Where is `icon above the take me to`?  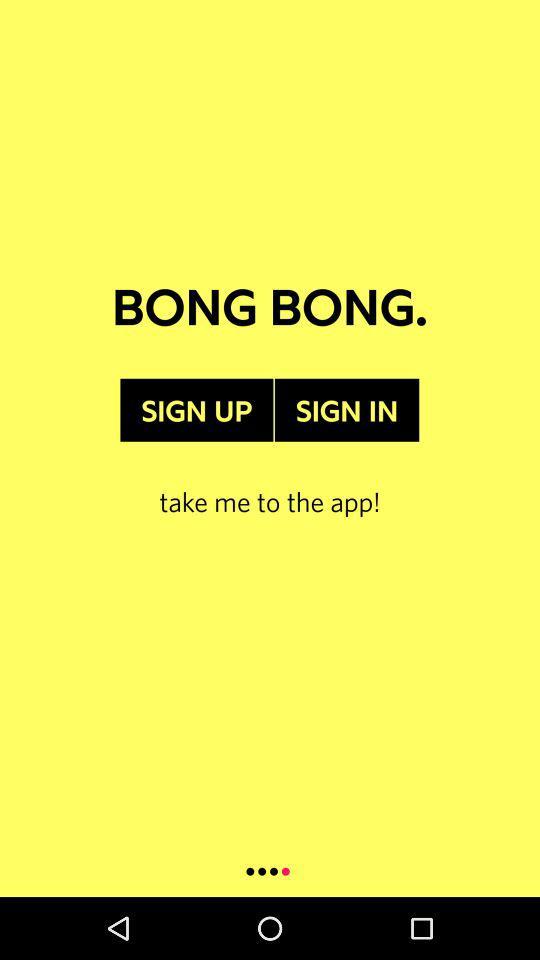 icon above the take me to is located at coordinates (196, 409).